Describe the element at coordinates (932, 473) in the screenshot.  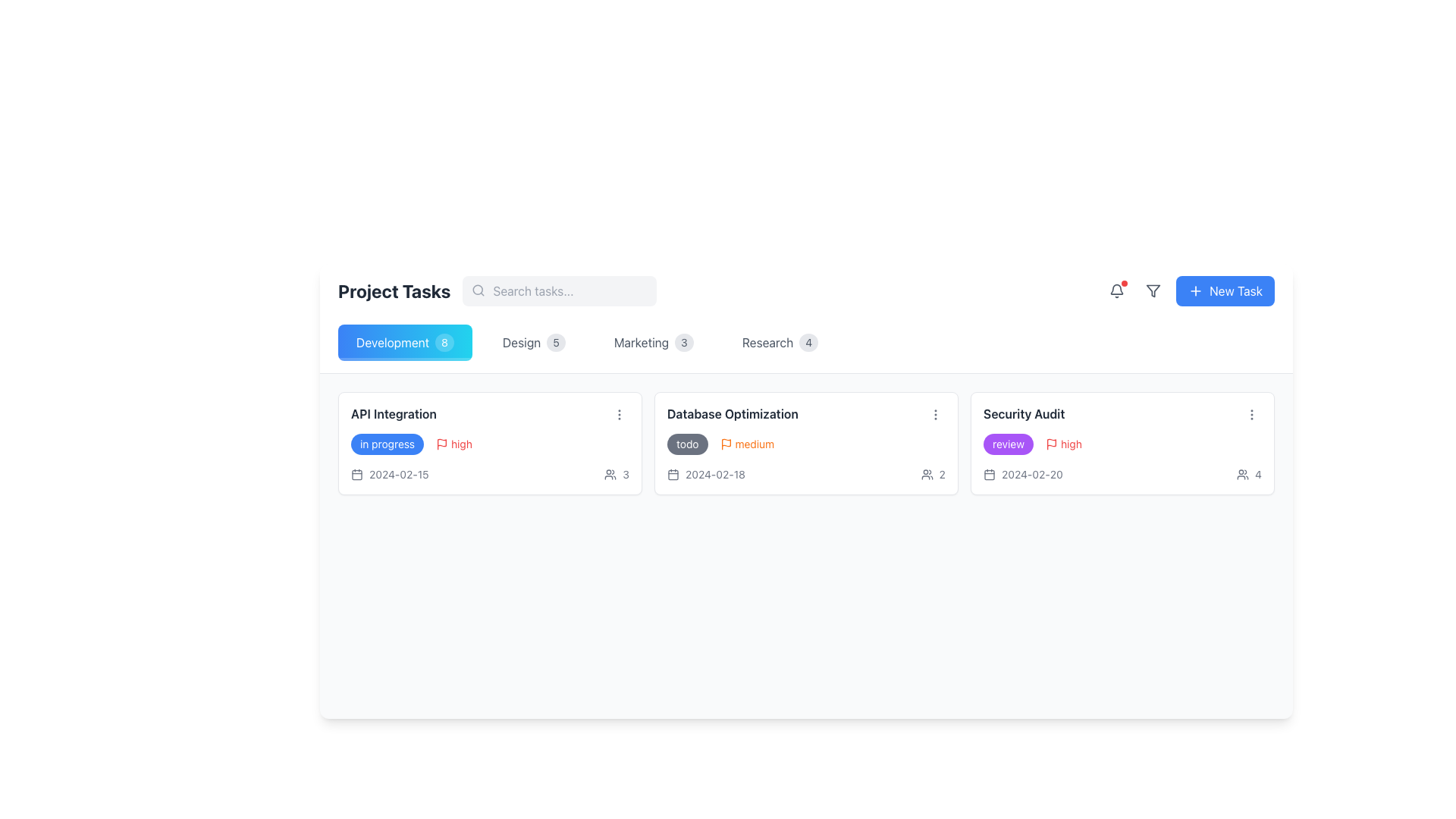
I see `the Icon and Text Pair depicting two user figures followed by the number '2' located in the bottom-right corner of the 'Database Optimization' card` at that location.